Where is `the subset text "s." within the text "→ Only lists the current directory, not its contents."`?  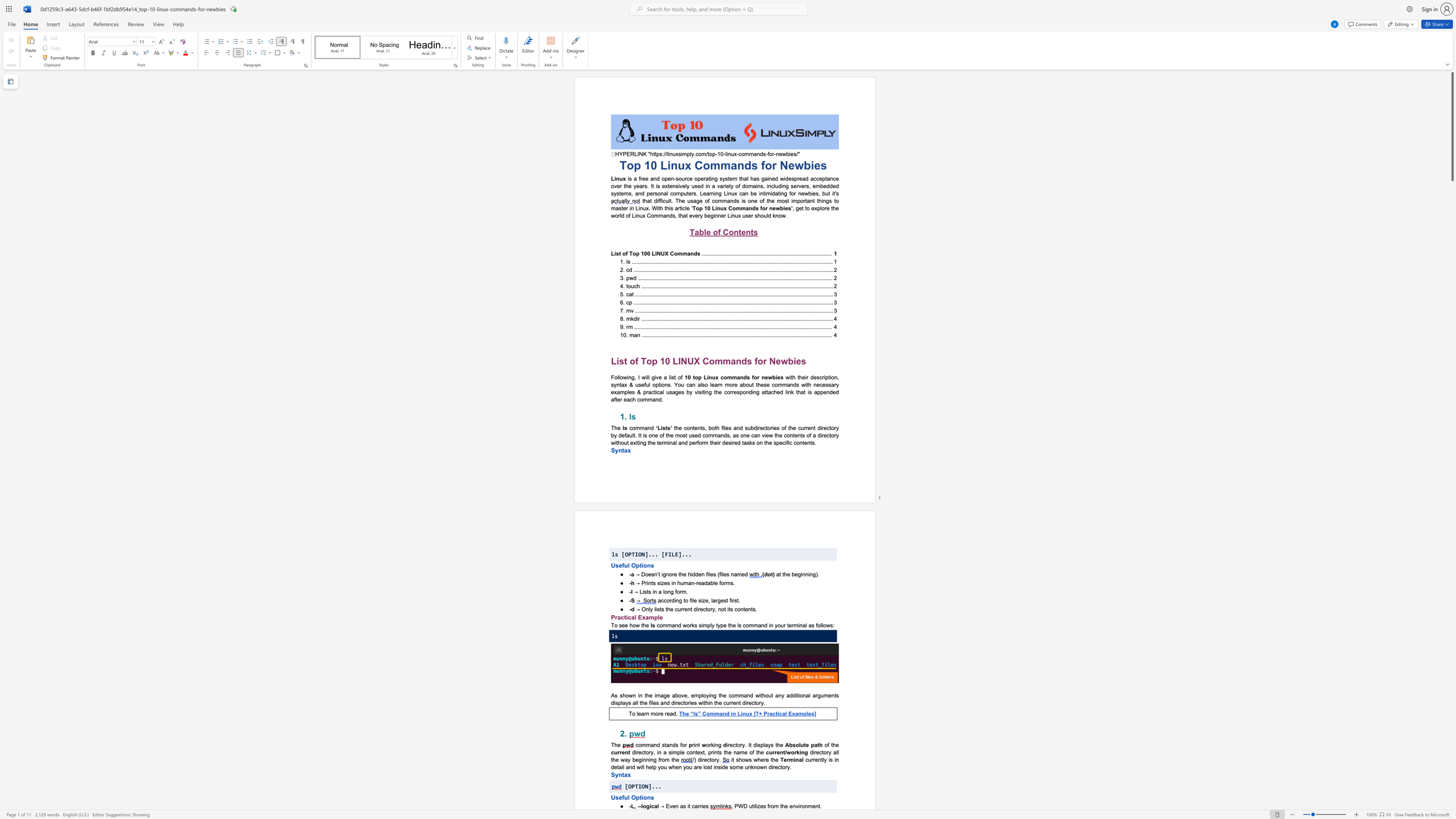 the subset text "s." within the text "→ Only lists the current directory, not its contents." is located at coordinates (752, 609).